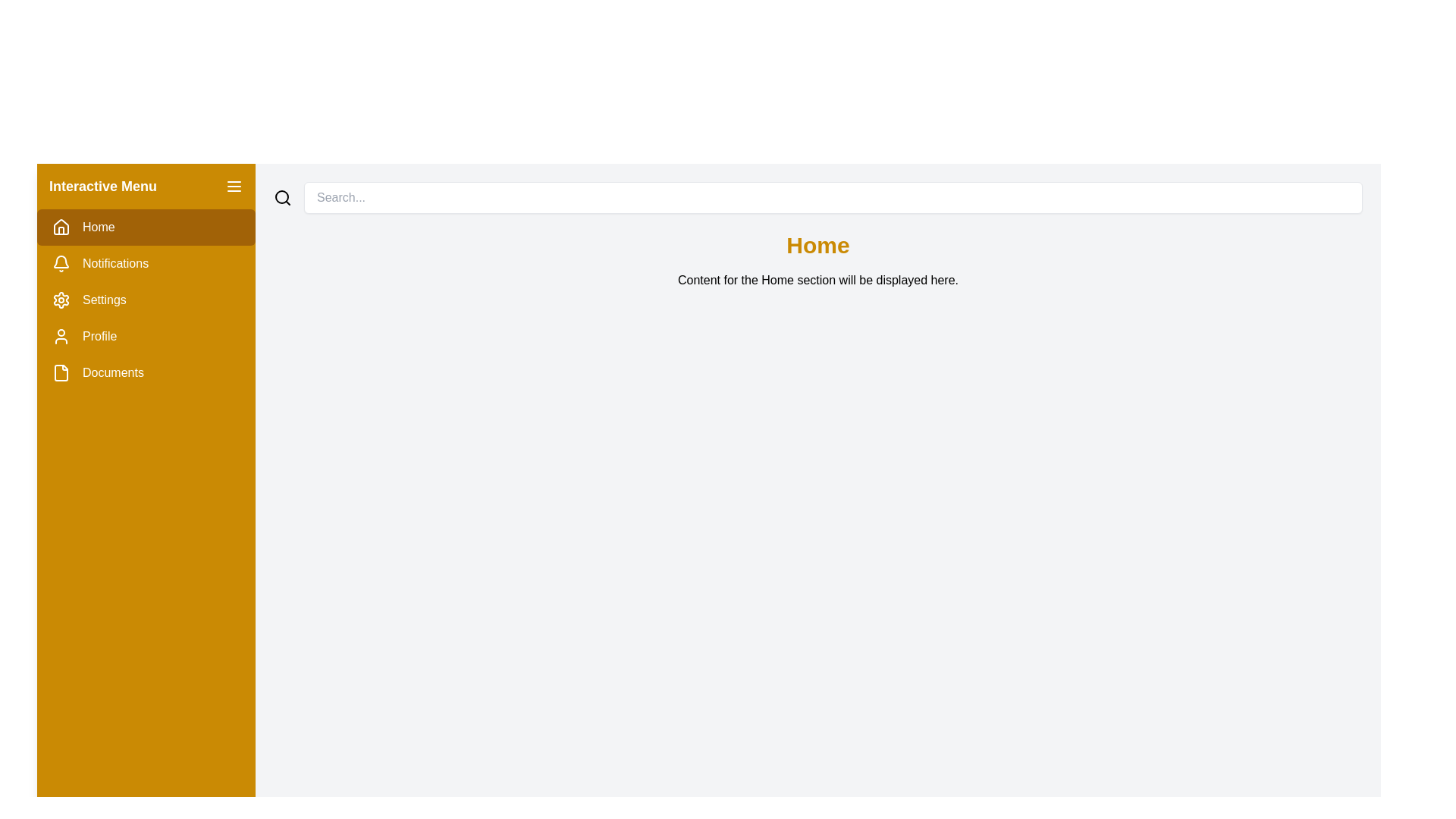  Describe the element at coordinates (61, 300) in the screenshot. I see `the 'Settings' menu icon located in the sidebar, positioned to the left of the text 'Settings'` at that location.